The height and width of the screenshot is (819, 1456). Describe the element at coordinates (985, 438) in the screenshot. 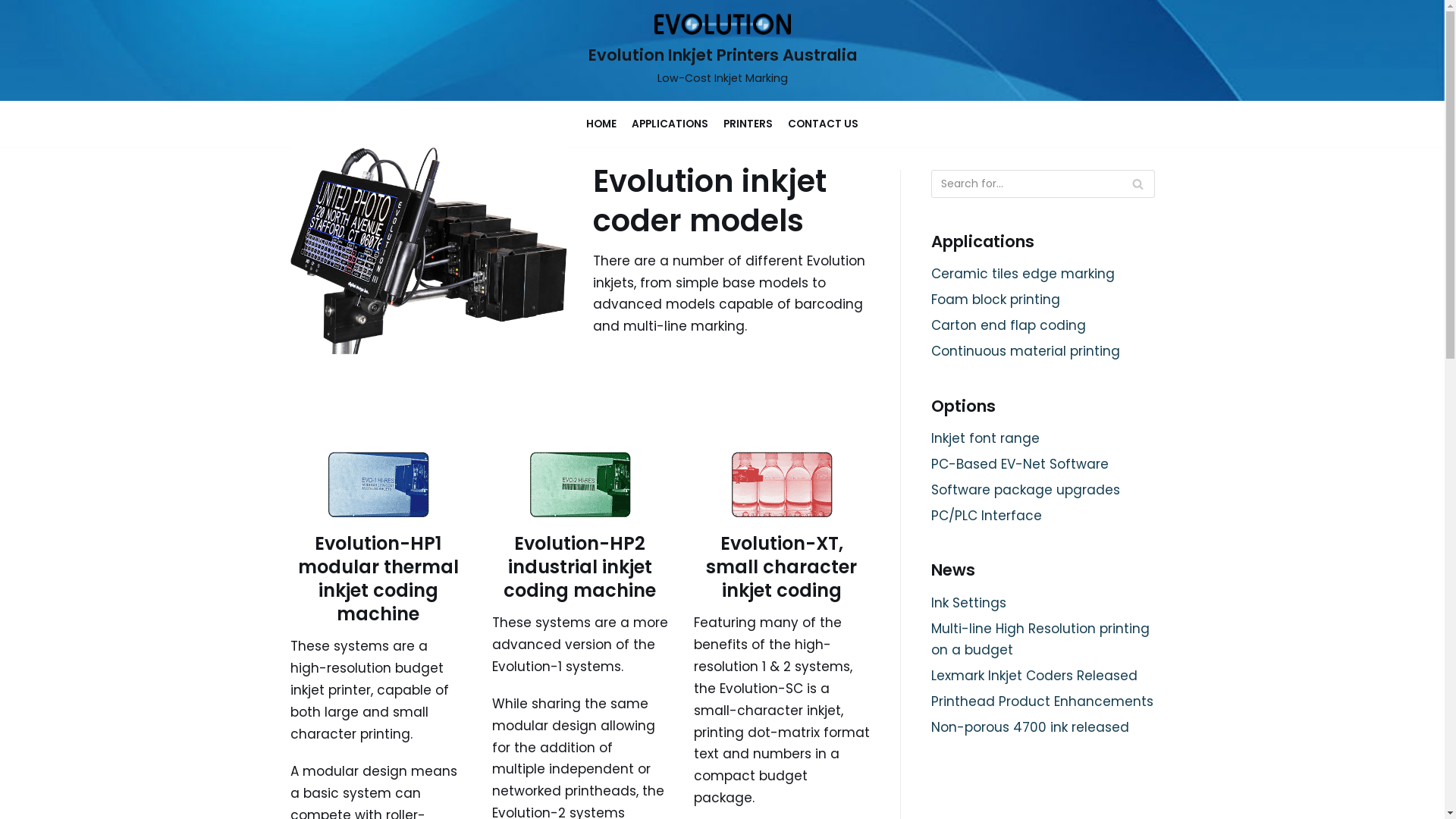

I see `'Inkjet font range'` at that location.